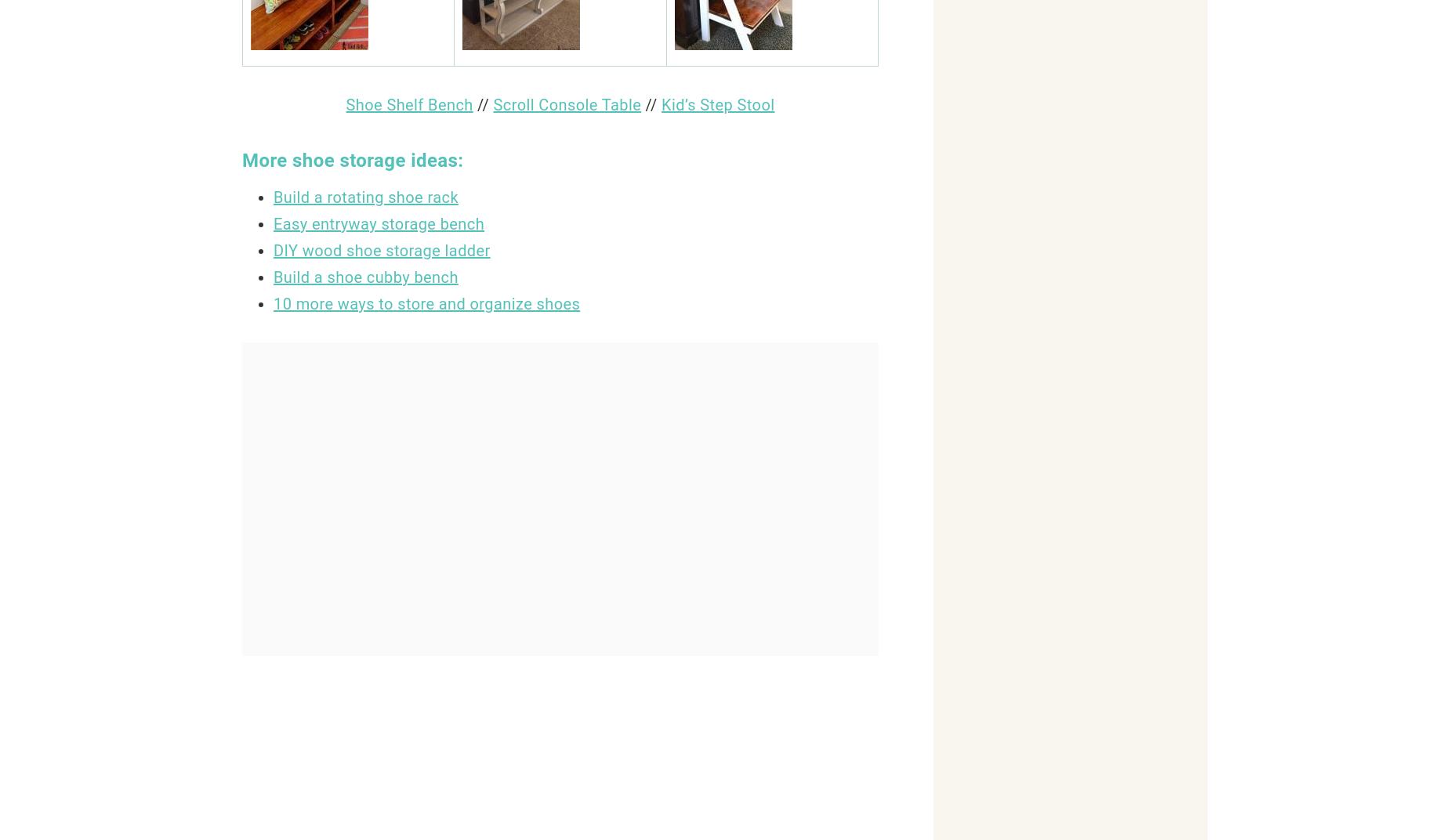 Image resolution: width=1450 pixels, height=840 pixels. I want to click on 'Kid’s Step Stool', so click(717, 105).